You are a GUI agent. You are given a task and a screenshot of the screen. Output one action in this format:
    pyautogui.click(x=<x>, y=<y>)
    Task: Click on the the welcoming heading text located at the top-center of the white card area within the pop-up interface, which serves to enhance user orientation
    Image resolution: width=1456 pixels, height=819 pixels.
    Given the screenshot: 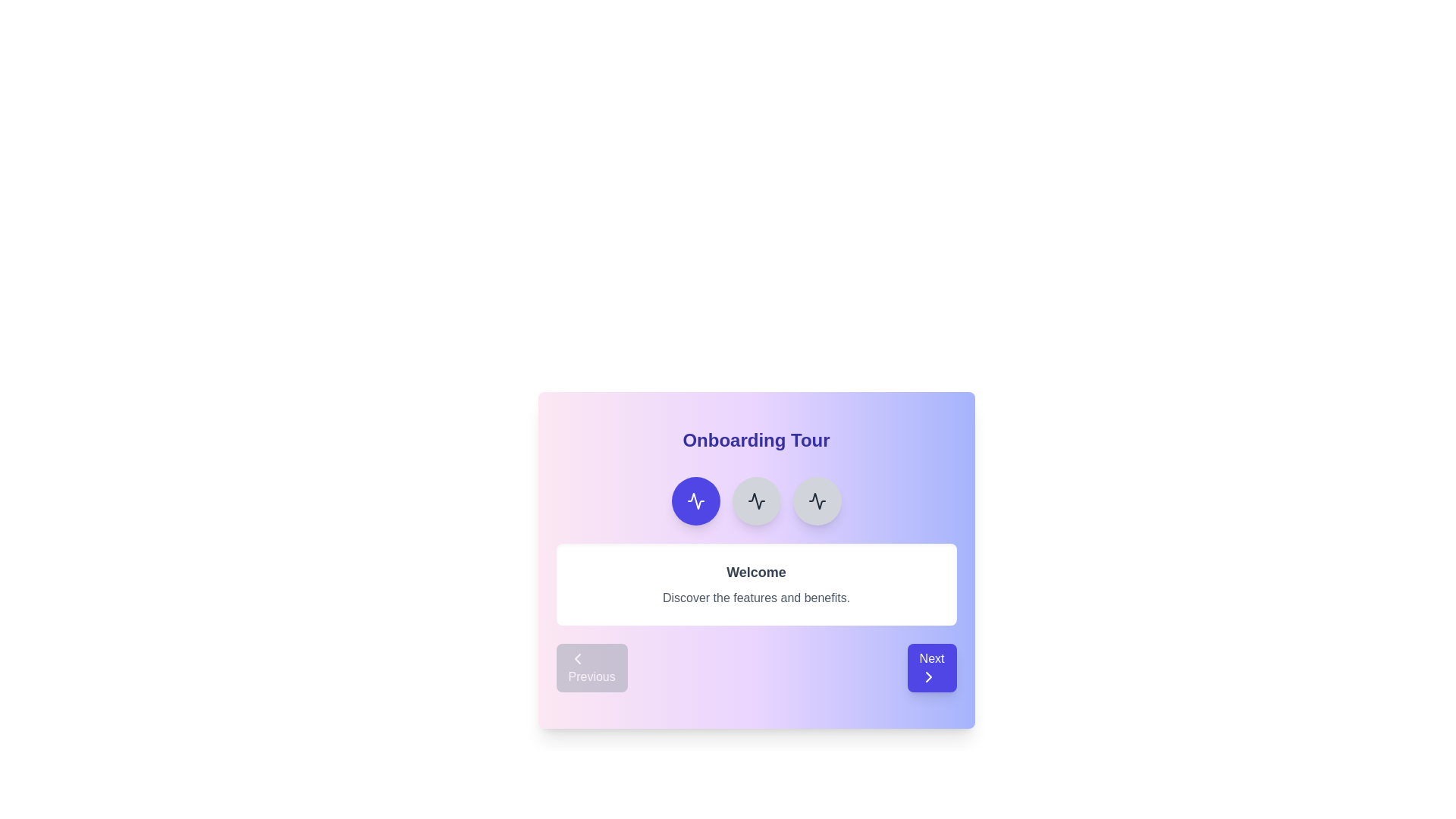 What is the action you would take?
    pyautogui.click(x=756, y=573)
    